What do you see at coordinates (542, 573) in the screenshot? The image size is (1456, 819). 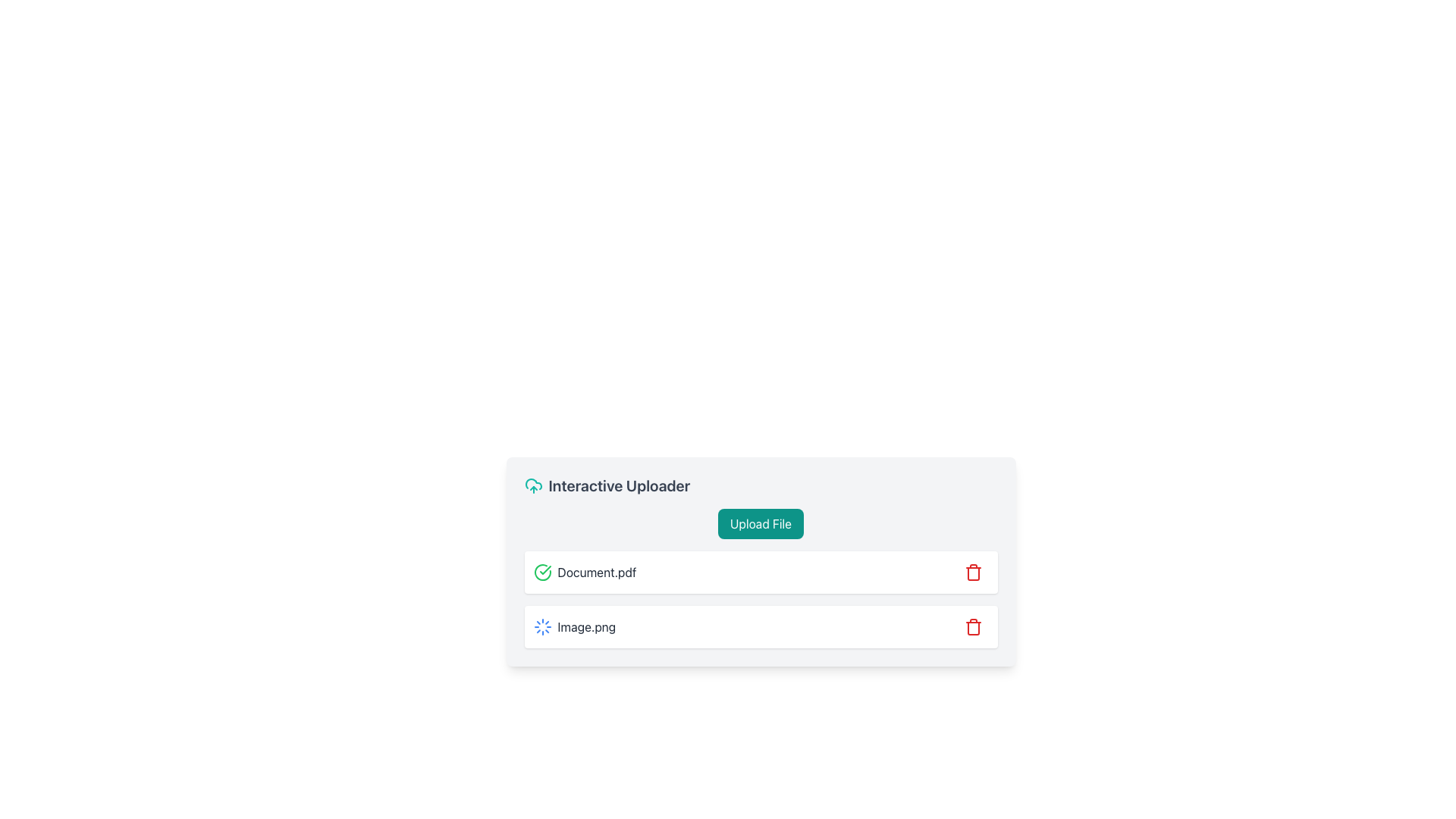 I see `the status icon indicating that 'Document.pdf' has successfully passed a status check, located to the left of the file name in the uploaded files list` at bounding box center [542, 573].